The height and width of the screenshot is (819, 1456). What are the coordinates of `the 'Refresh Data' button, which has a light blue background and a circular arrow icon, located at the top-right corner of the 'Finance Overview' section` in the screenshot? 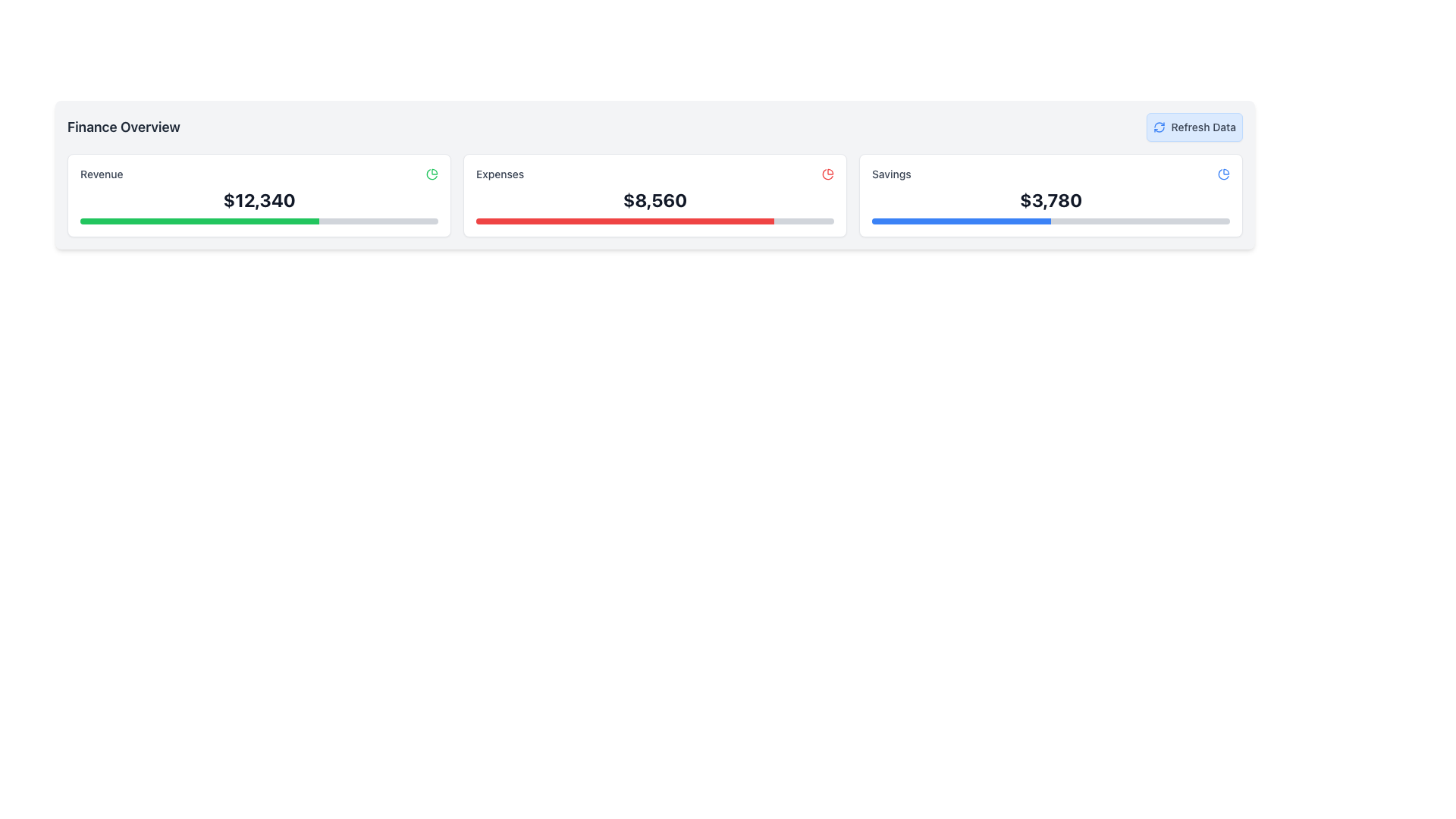 It's located at (1194, 127).